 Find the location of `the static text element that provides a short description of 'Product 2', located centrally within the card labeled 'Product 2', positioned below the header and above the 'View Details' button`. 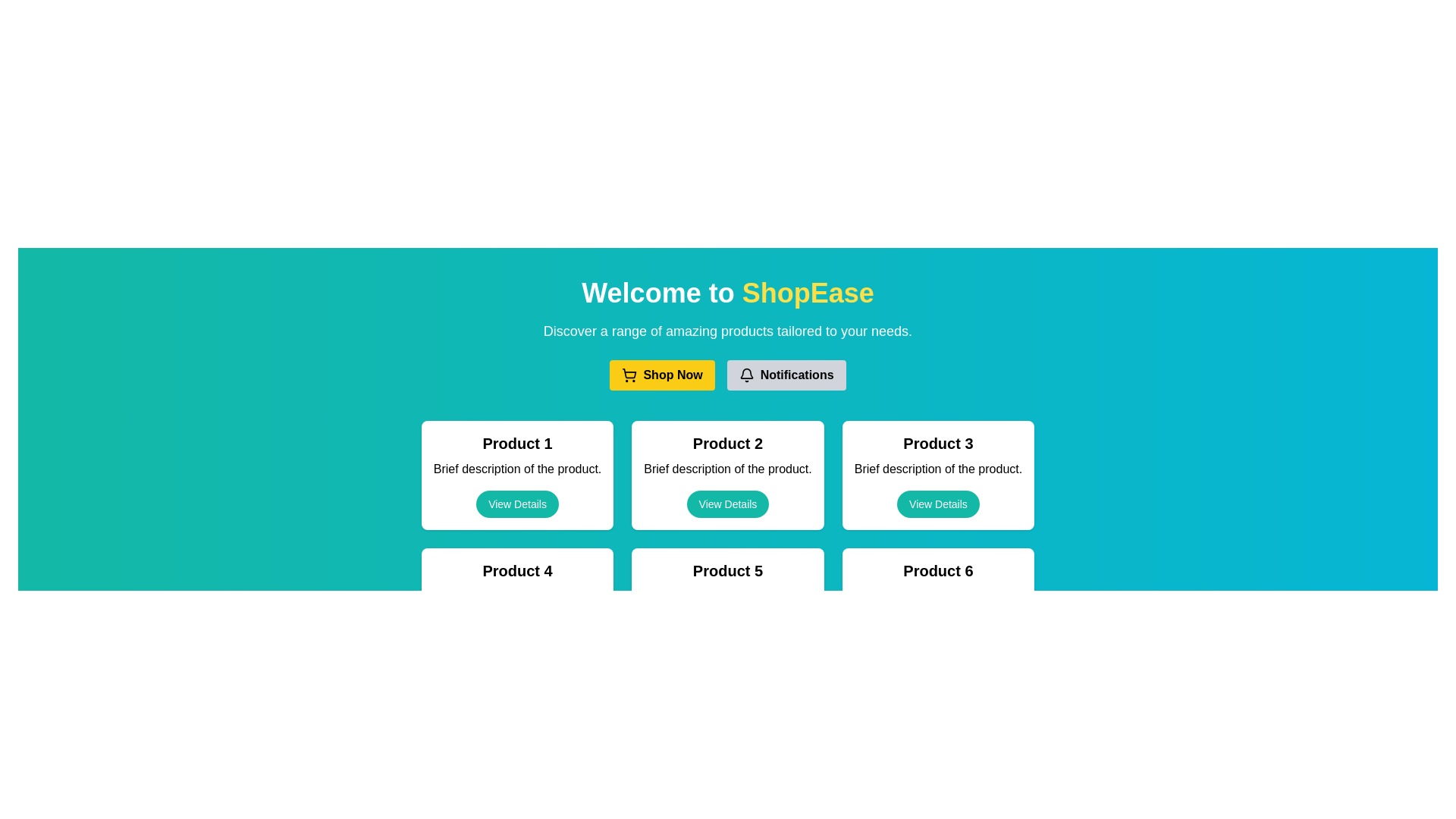

the static text element that provides a short description of 'Product 2', located centrally within the card labeled 'Product 2', positioned below the header and above the 'View Details' button is located at coordinates (728, 468).